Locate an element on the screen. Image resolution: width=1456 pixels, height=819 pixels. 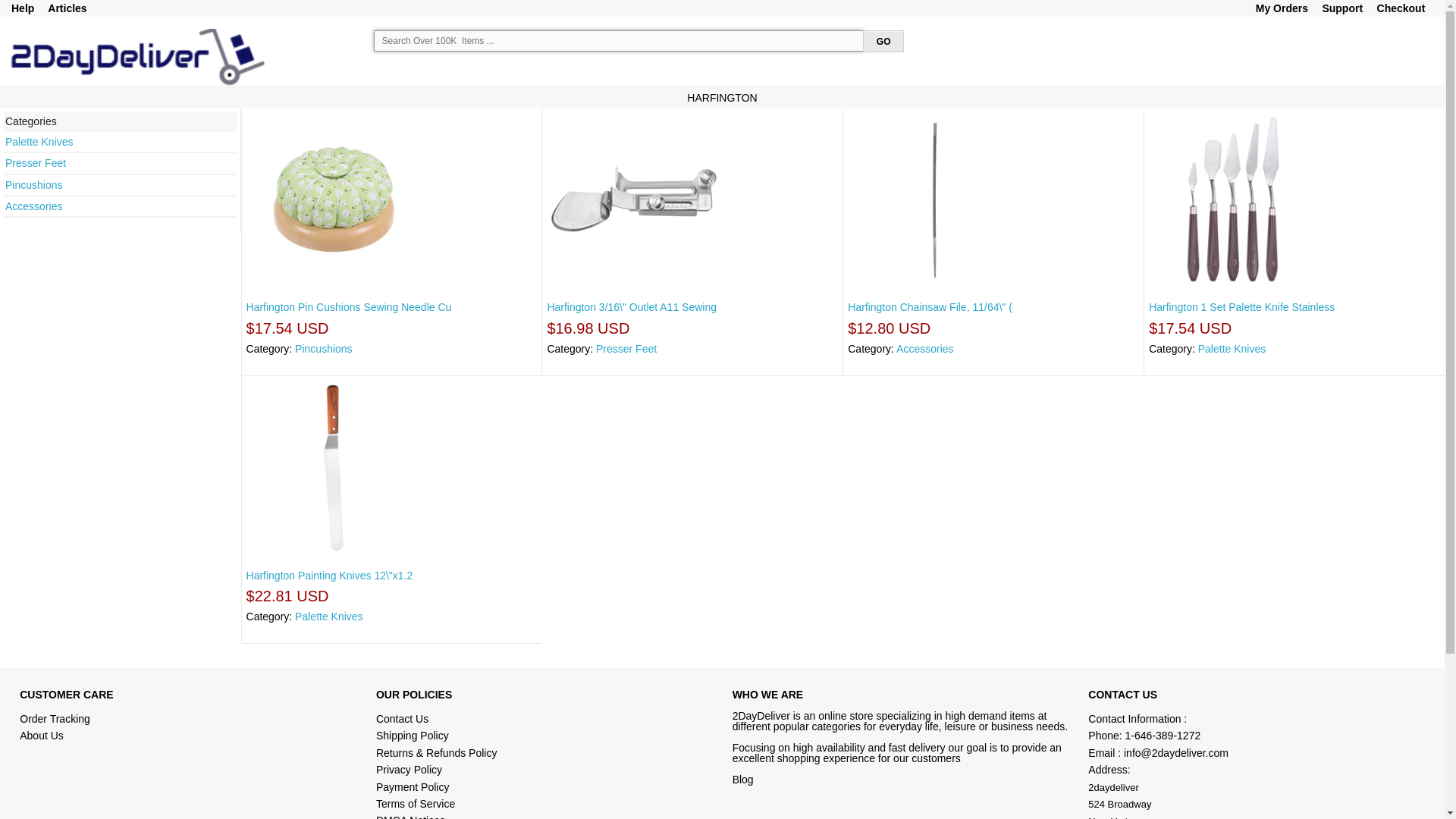
'Contact Us' is located at coordinates (402, 718).